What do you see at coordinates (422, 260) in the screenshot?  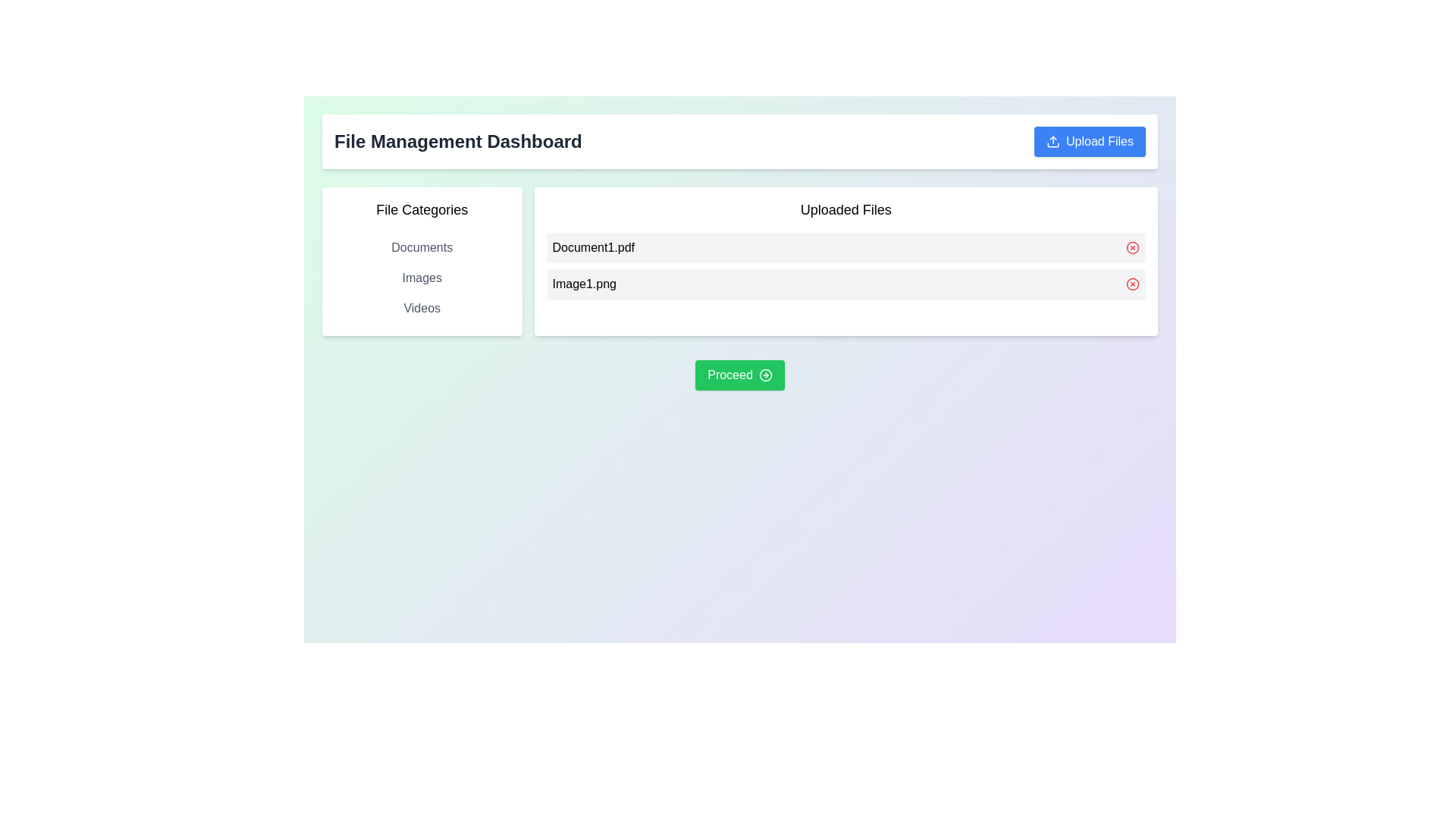 I see `a category in the Categorical navigation panel to filter files` at bounding box center [422, 260].